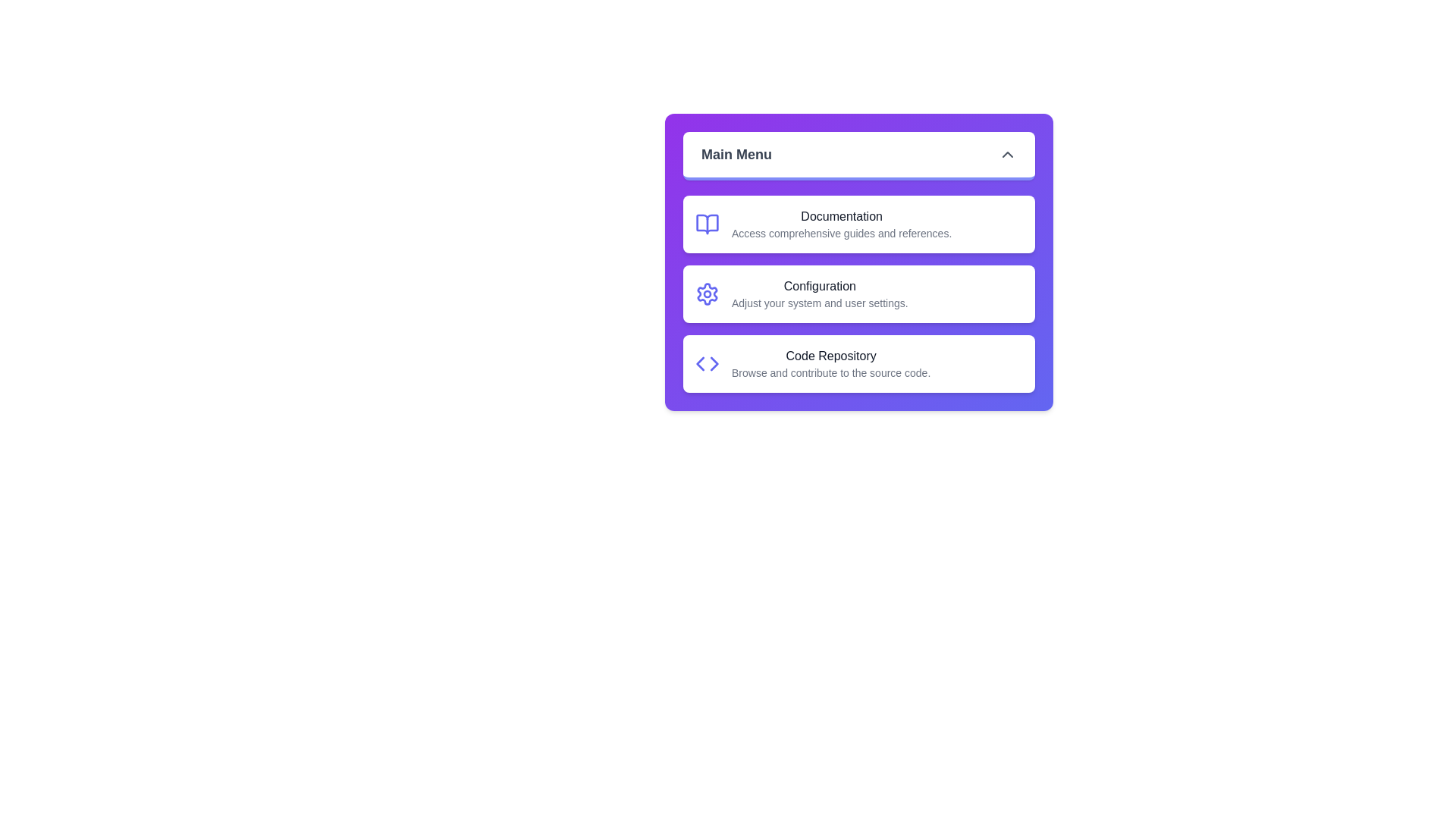 This screenshot has width=1456, height=819. I want to click on the menu item Documentation from the list, so click(858, 224).